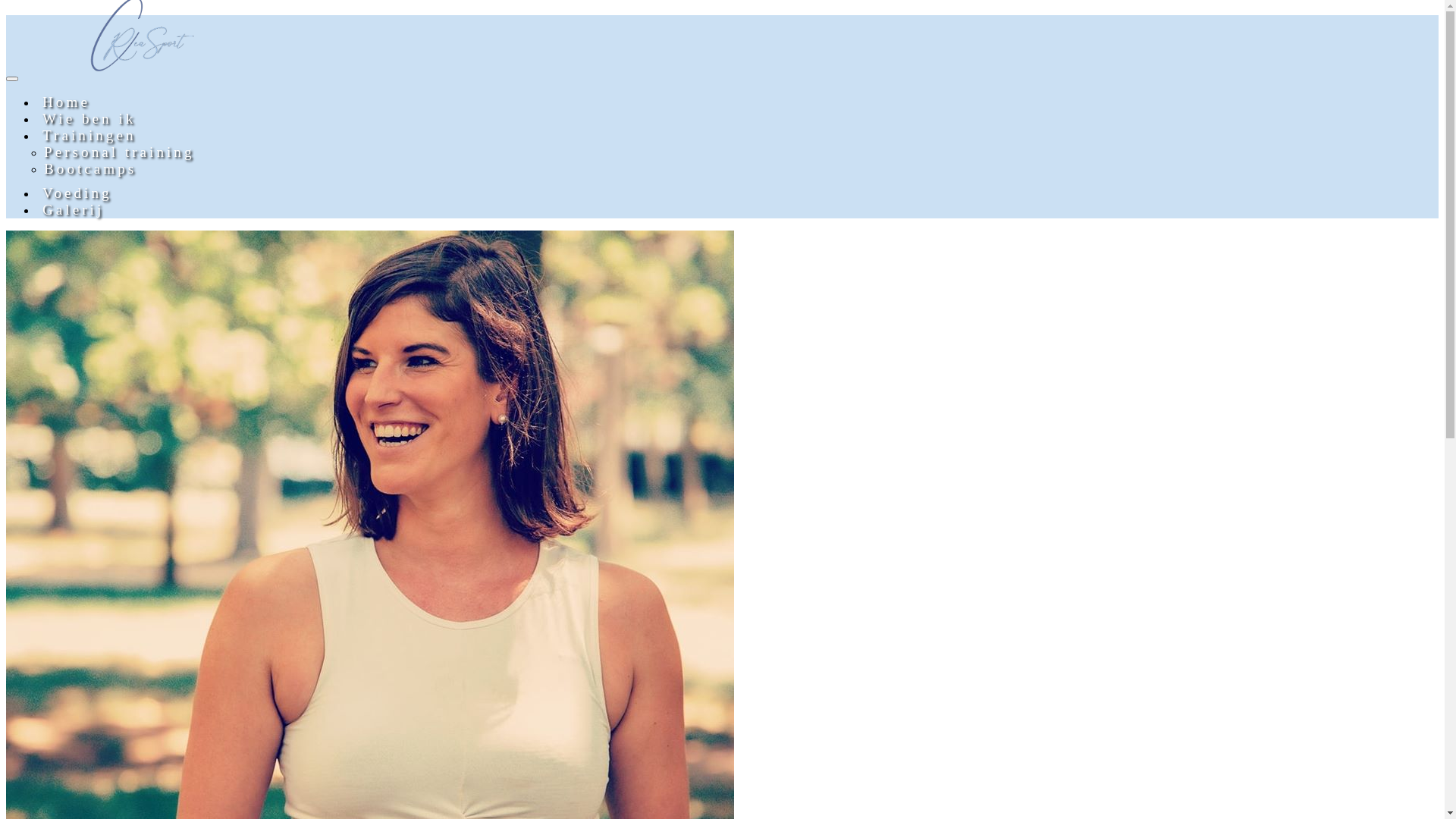 This screenshot has height=819, width=1456. Describe the element at coordinates (76, 192) in the screenshot. I see `'Voeding'` at that location.